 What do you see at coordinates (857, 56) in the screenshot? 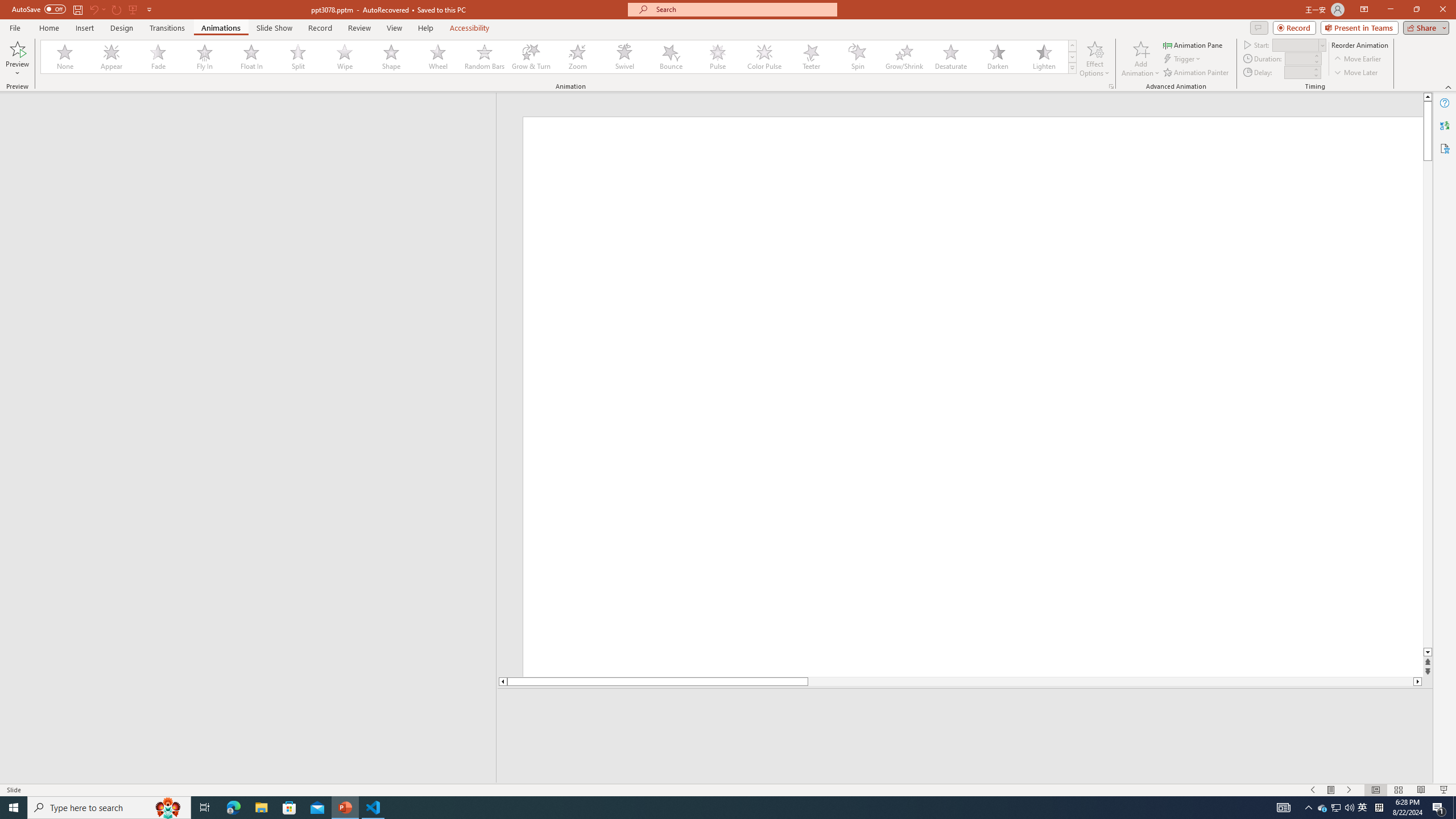
I see `'Spin'` at bounding box center [857, 56].